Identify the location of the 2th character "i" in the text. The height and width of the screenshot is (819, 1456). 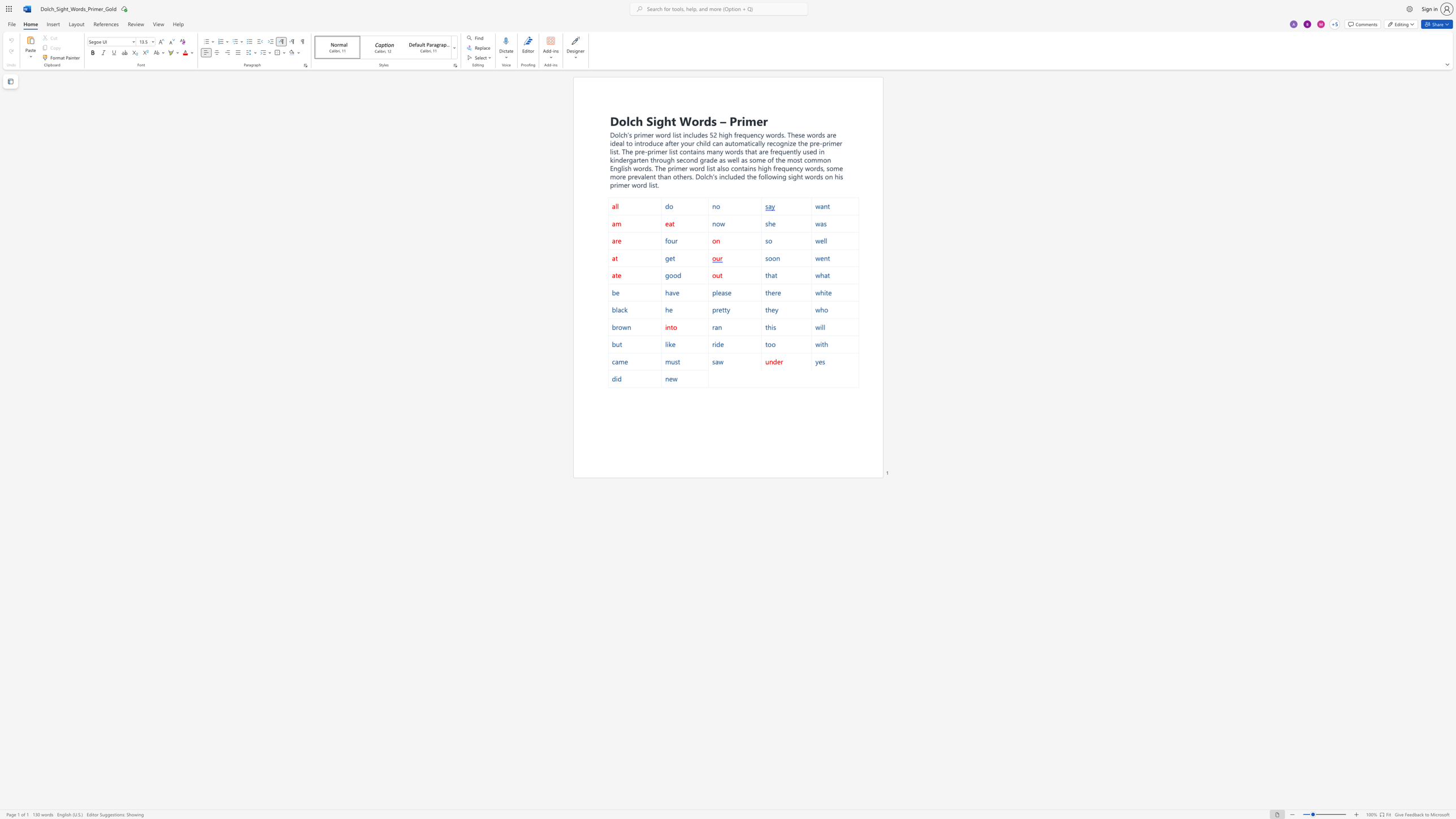
(743, 120).